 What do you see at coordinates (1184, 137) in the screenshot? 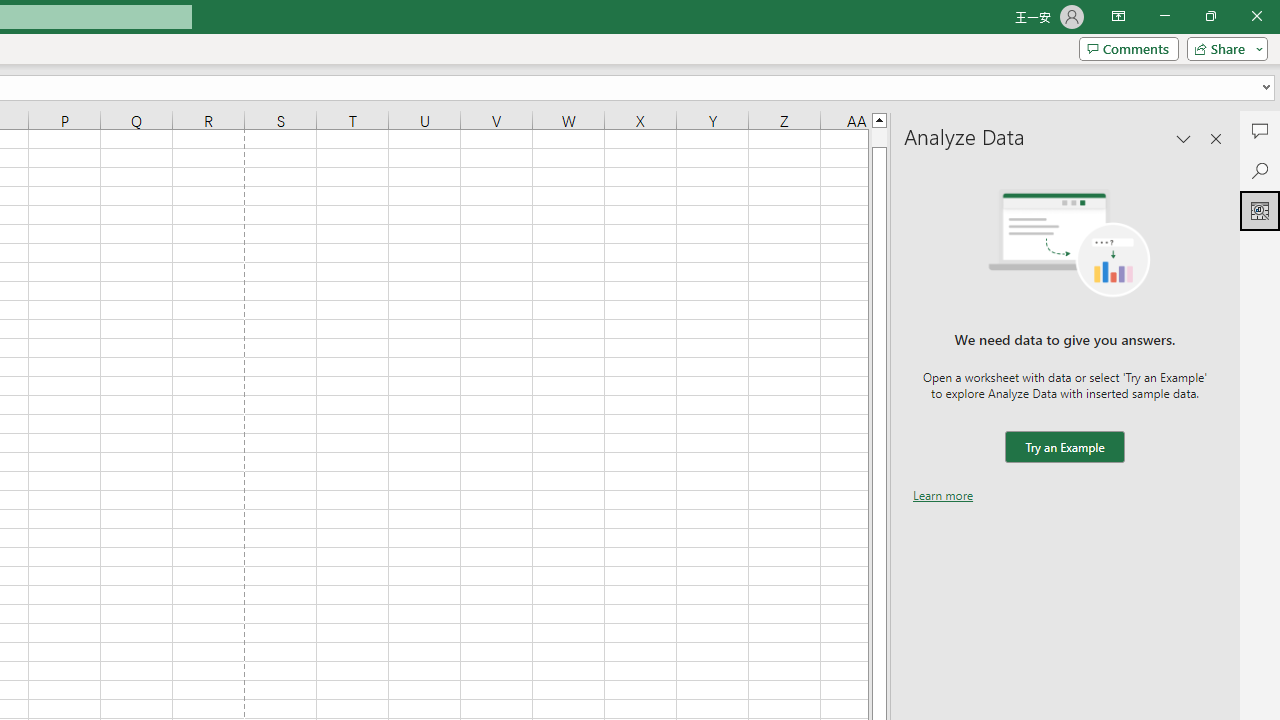
I see `'Task Pane Options'` at bounding box center [1184, 137].